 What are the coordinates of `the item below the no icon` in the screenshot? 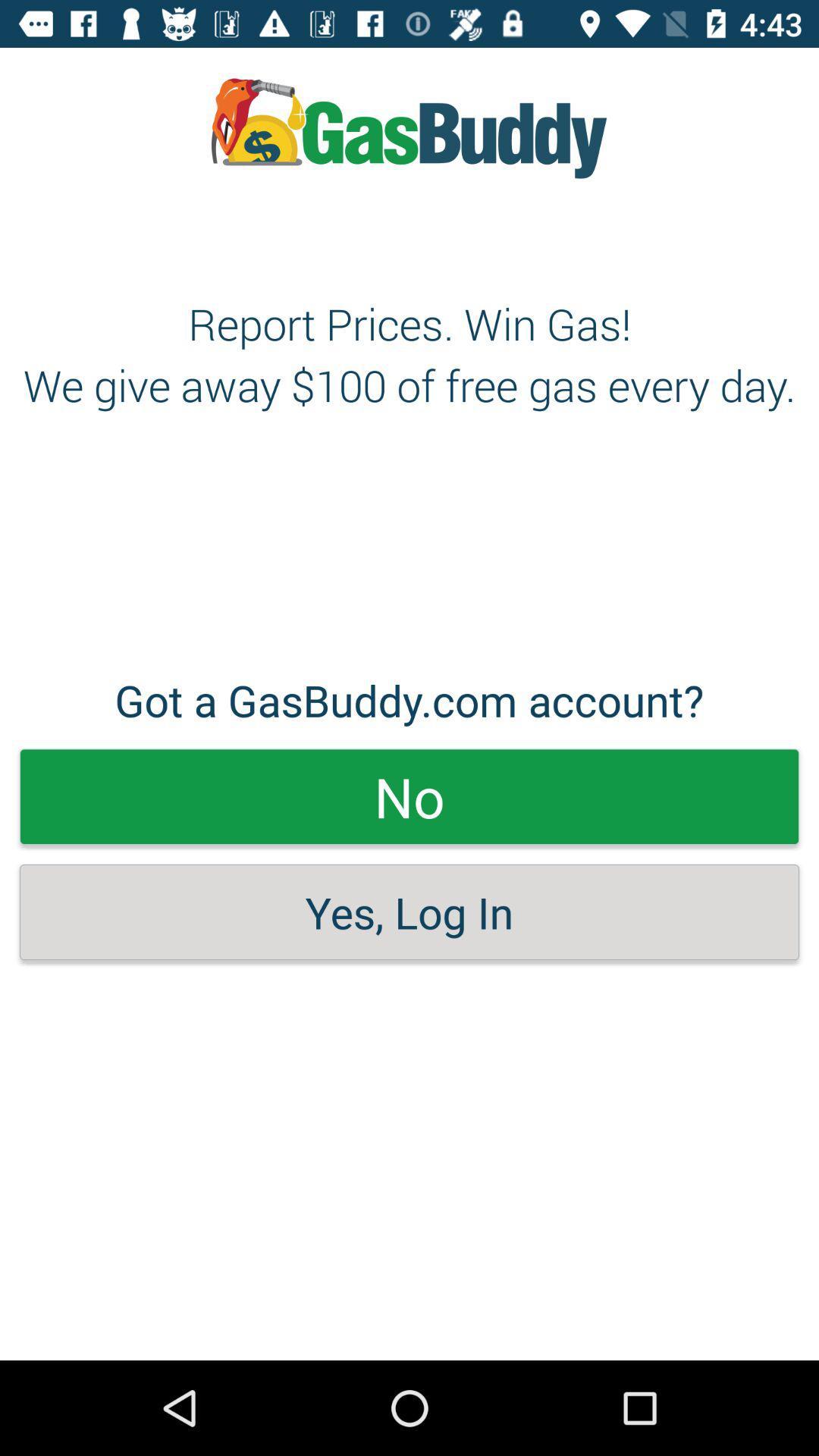 It's located at (409, 912).